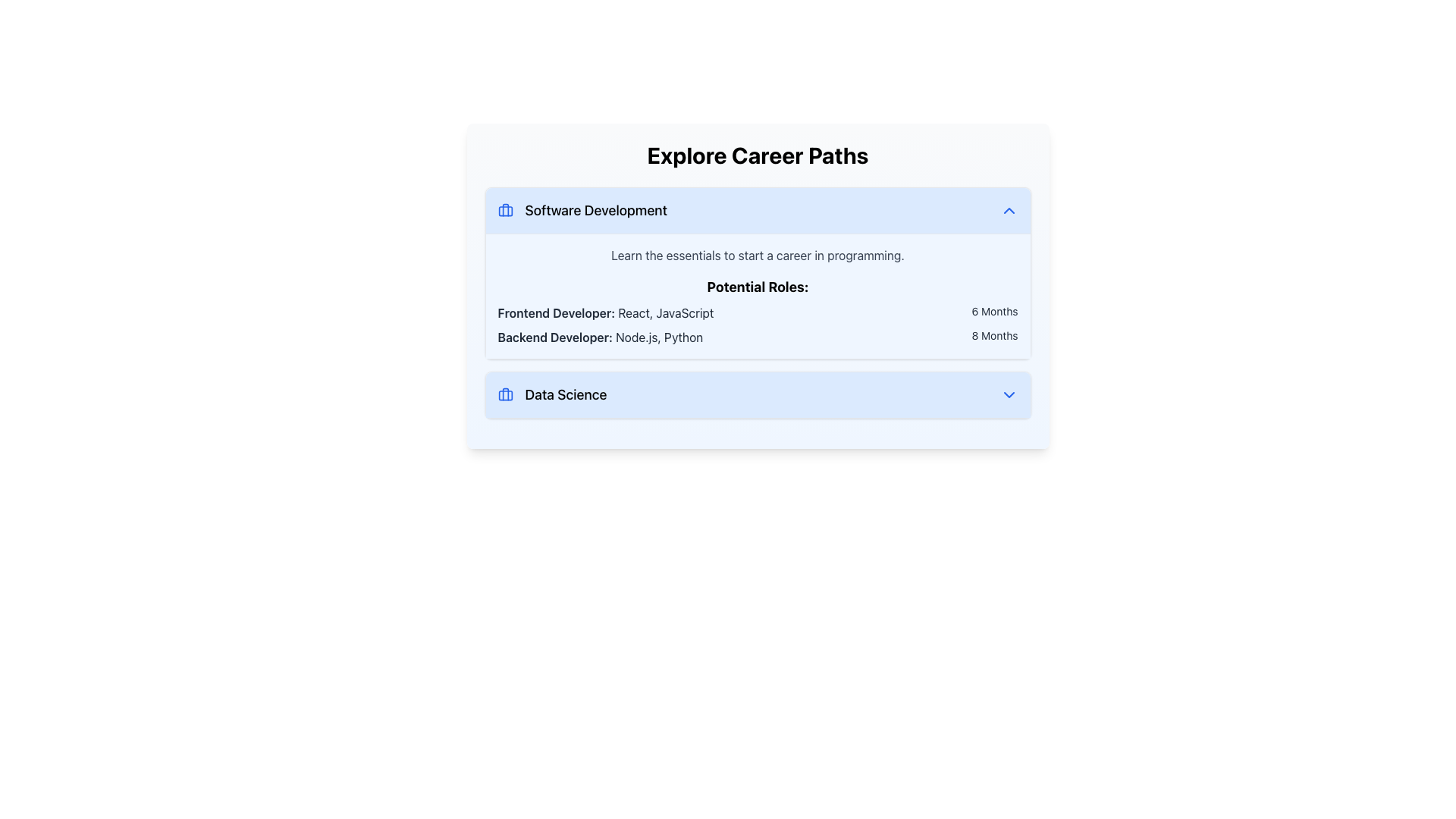  I want to click on the text label 'Backend Developer:' which is styled in bold and located under the 'Potential Roles' section in the 'Software Development' category, so click(554, 336).